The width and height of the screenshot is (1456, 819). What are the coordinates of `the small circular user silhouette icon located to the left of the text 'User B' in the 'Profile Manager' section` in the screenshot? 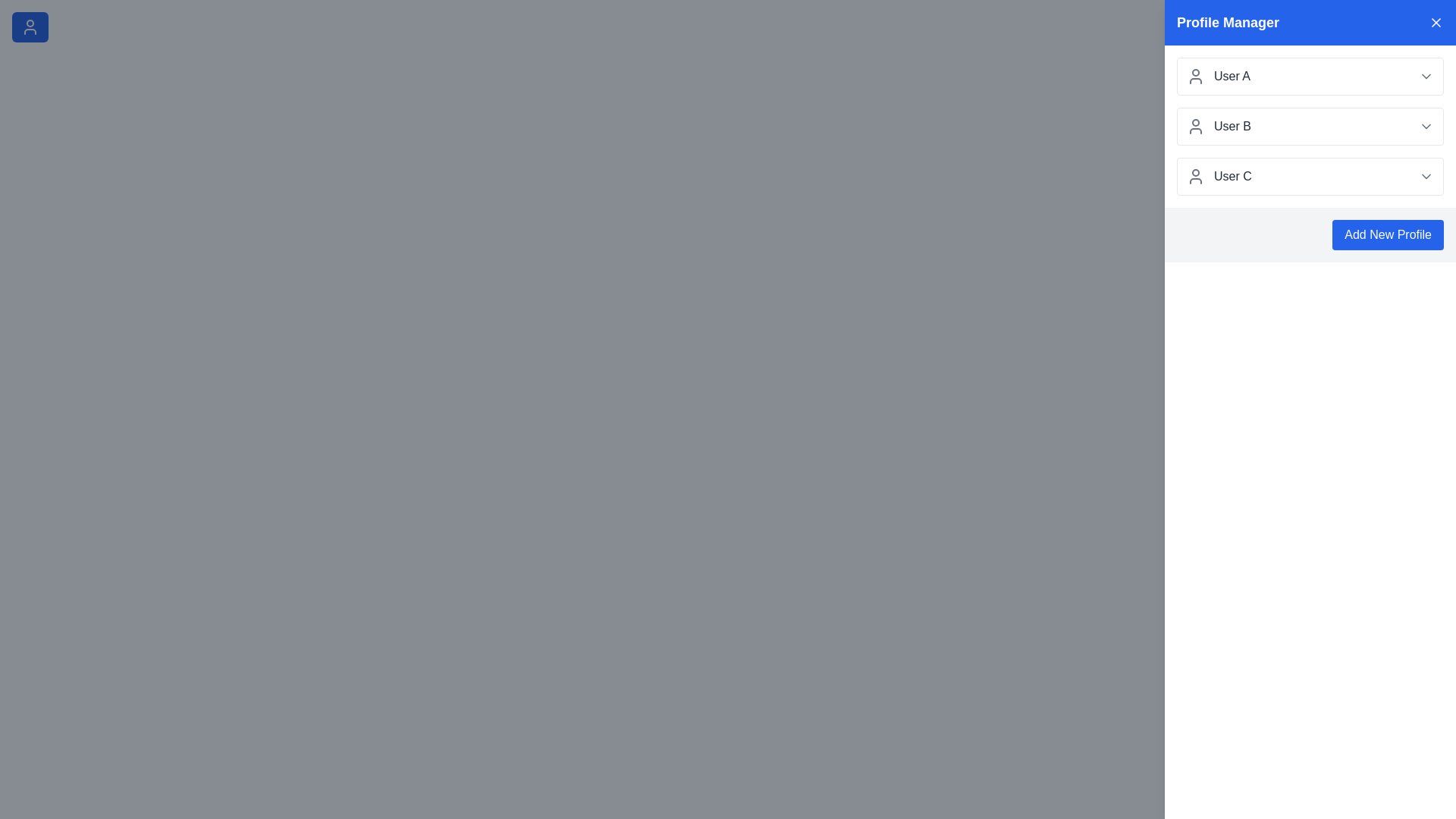 It's located at (1195, 125).